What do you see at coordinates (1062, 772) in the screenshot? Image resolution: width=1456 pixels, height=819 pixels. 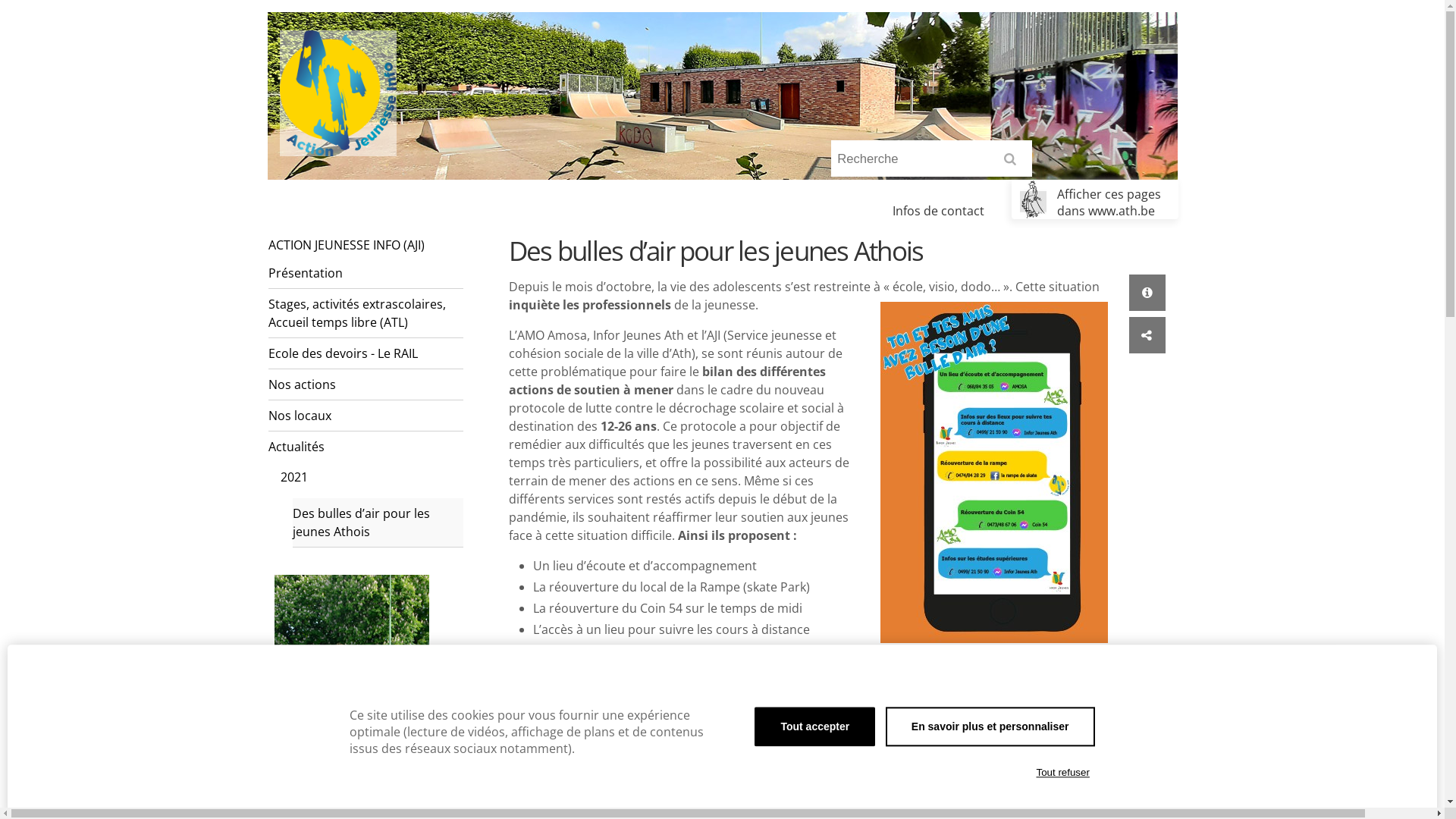 I see `'Tout refuser'` at bounding box center [1062, 772].